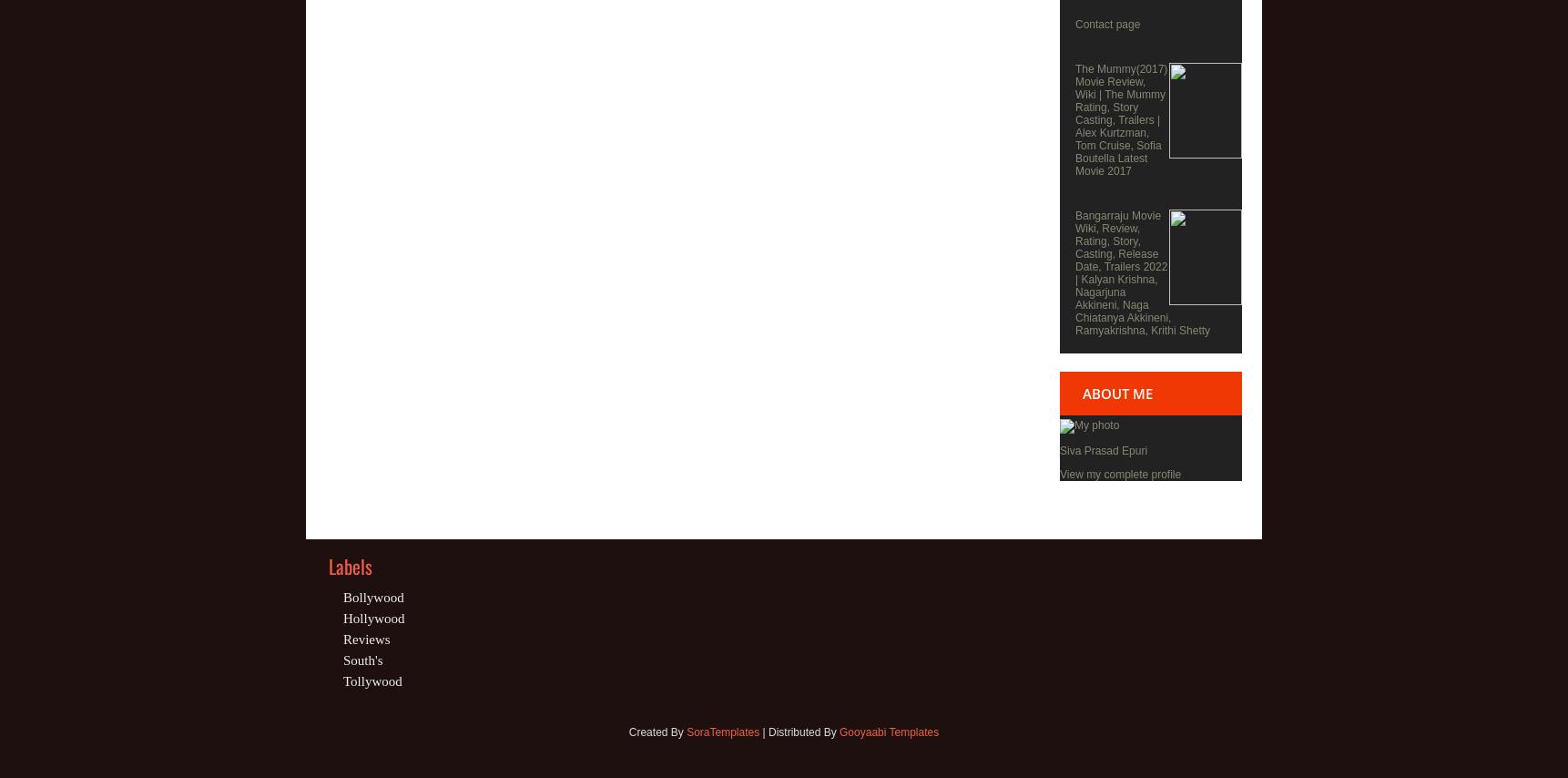  What do you see at coordinates (1142, 271) in the screenshot?
I see `'Bangarraju Movie Wiki, Review, Rating, Story, Casting, Release Date, Trailers 2022 | Kalyan Krishna, Nagarjuna Akkineni, Naga Chiatanya Akkineni, Ramyakrishna, Krithi Shetty'` at bounding box center [1142, 271].